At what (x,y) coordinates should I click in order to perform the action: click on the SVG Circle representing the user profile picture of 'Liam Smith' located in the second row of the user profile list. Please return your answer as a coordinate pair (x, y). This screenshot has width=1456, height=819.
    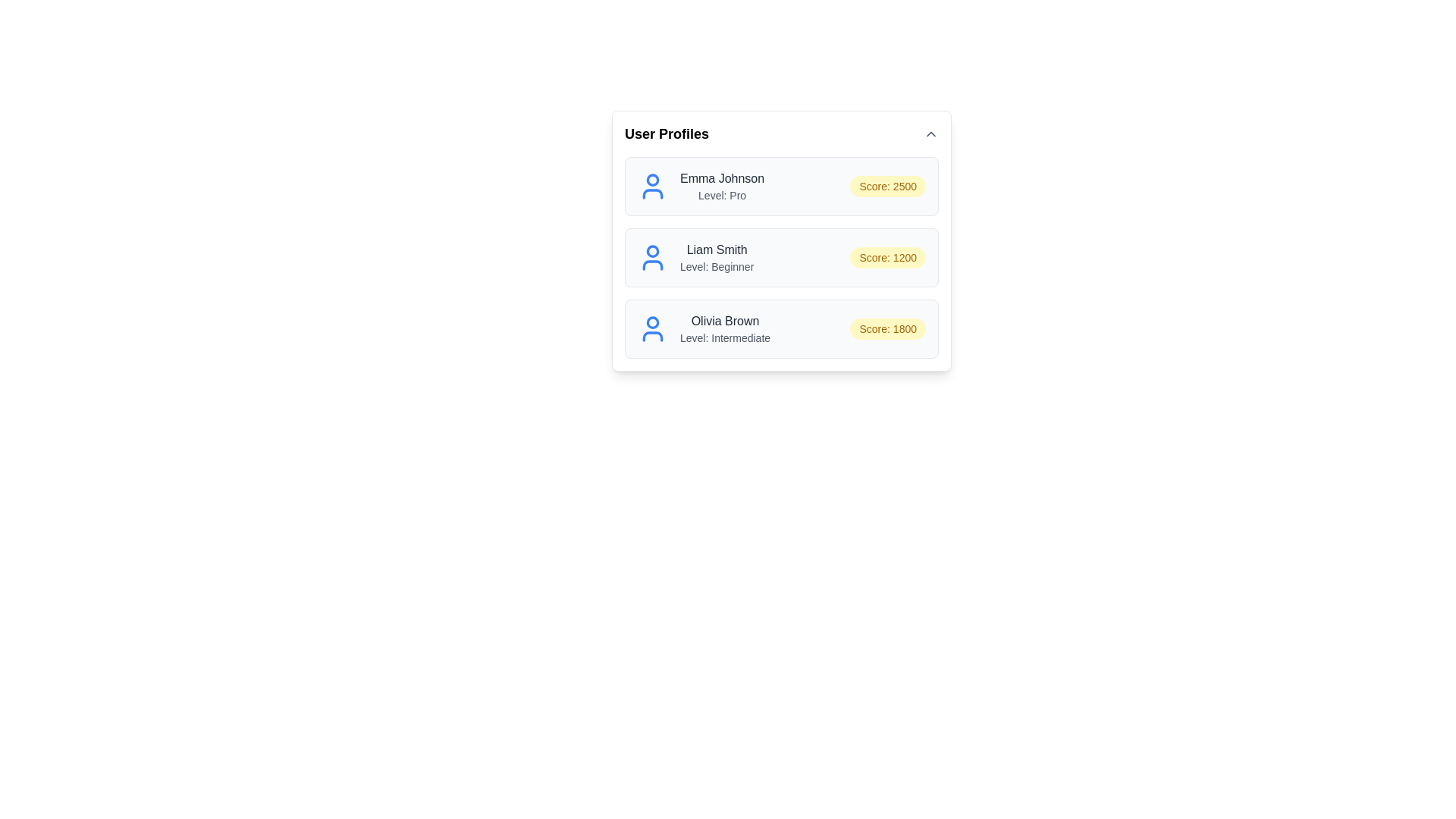
    Looking at the image, I should click on (652, 250).